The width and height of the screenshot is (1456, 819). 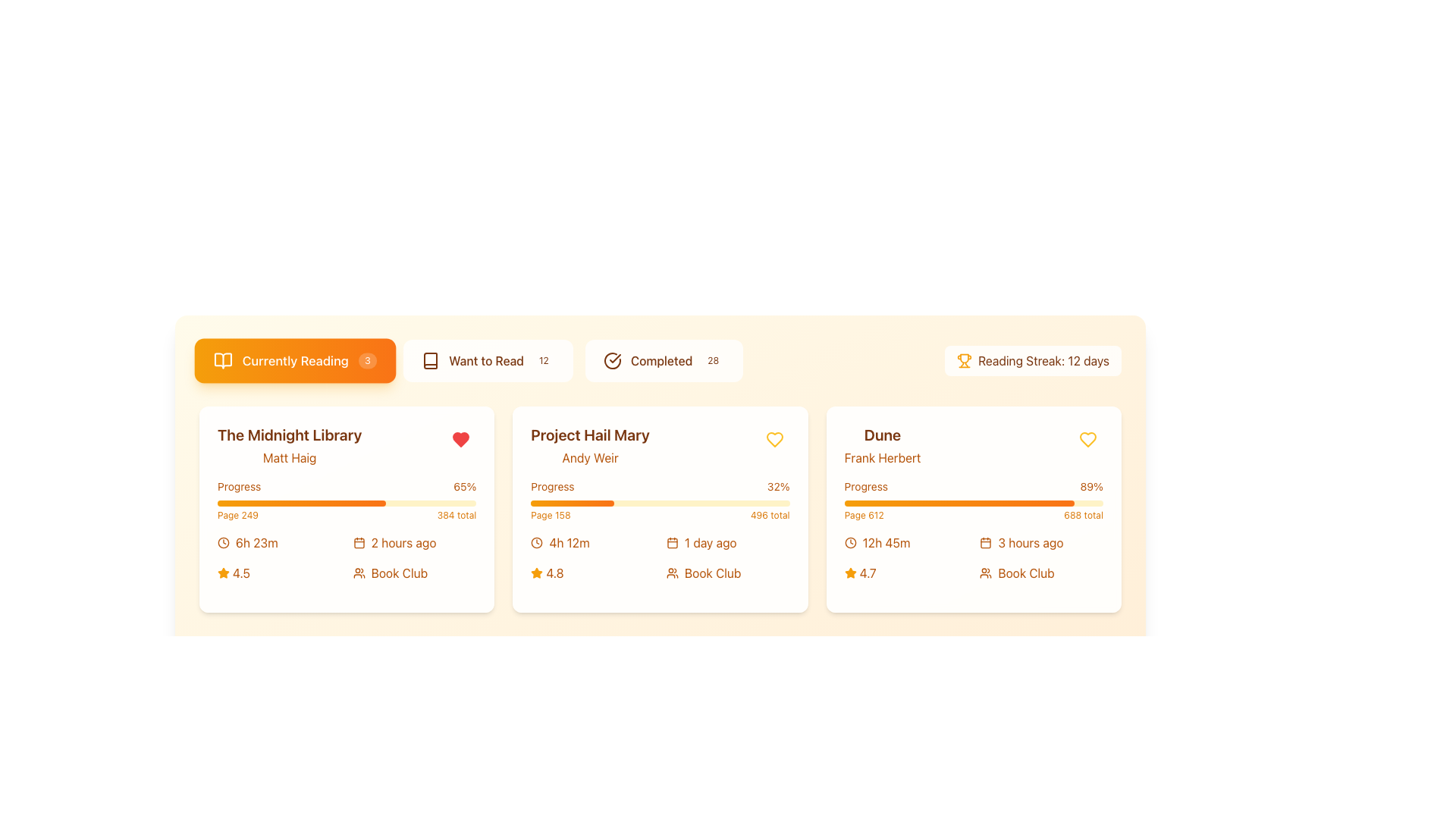 I want to click on the informational Text Label indicating the total count of pages or items, positioned at the bottom right of 'The Midnight Library' card, next to 'Page 249', so click(x=456, y=514).